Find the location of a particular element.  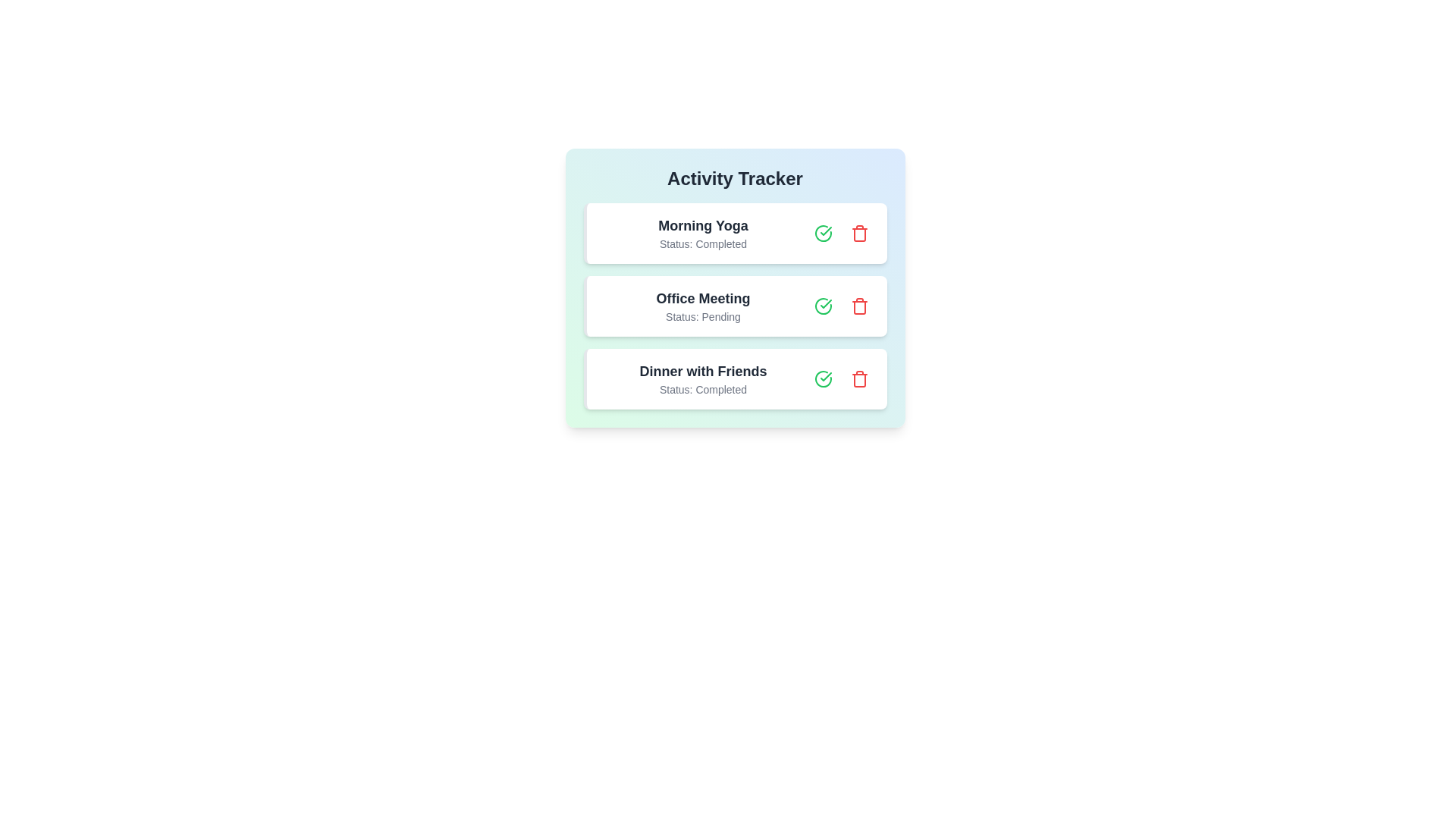

the green checkmark button for the activity Dinner with Friends is located at coordinates (822, 378).